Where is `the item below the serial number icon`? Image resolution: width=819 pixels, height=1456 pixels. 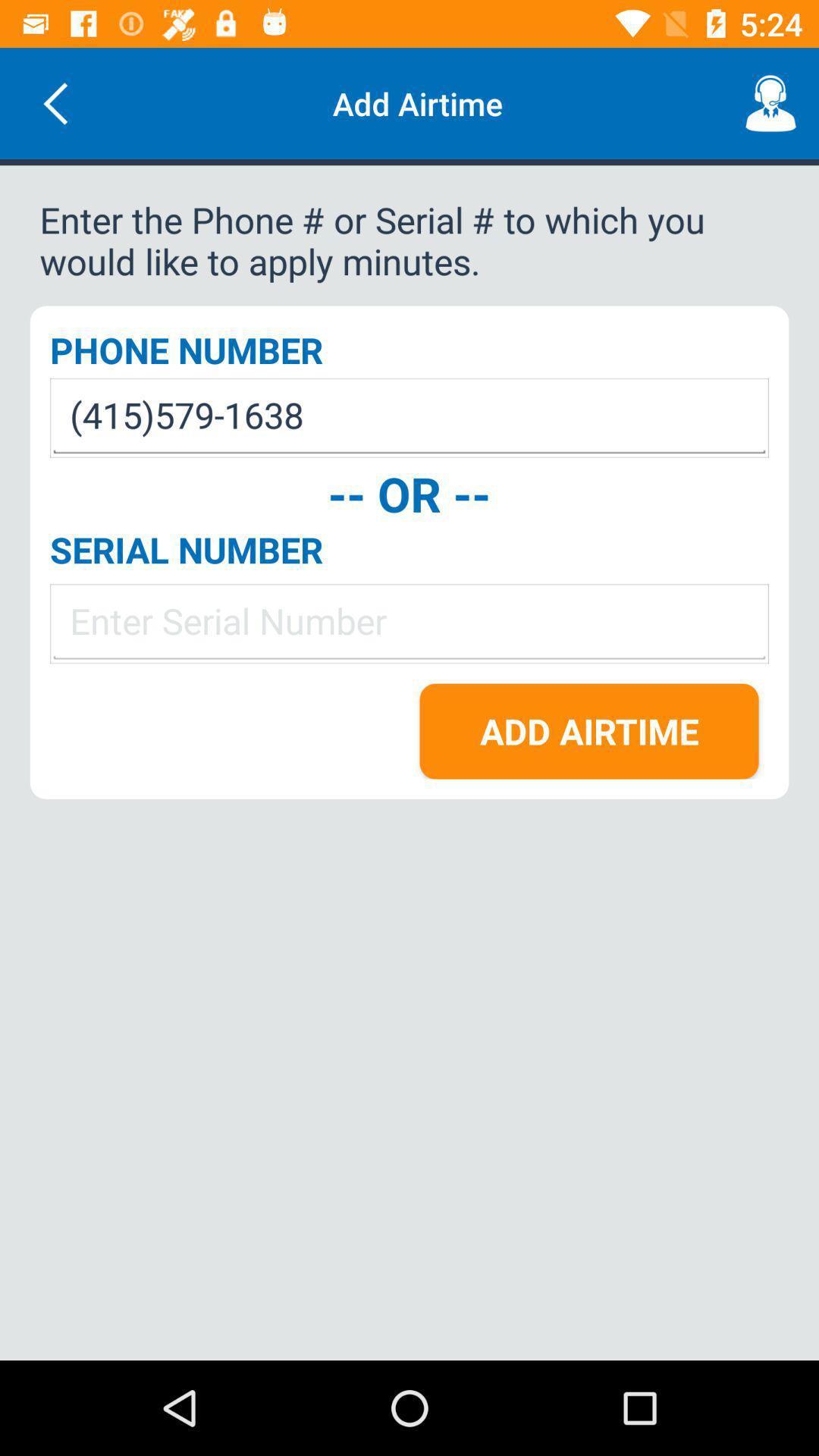 the item below the serial number icon is located at coordinates (409, 623).